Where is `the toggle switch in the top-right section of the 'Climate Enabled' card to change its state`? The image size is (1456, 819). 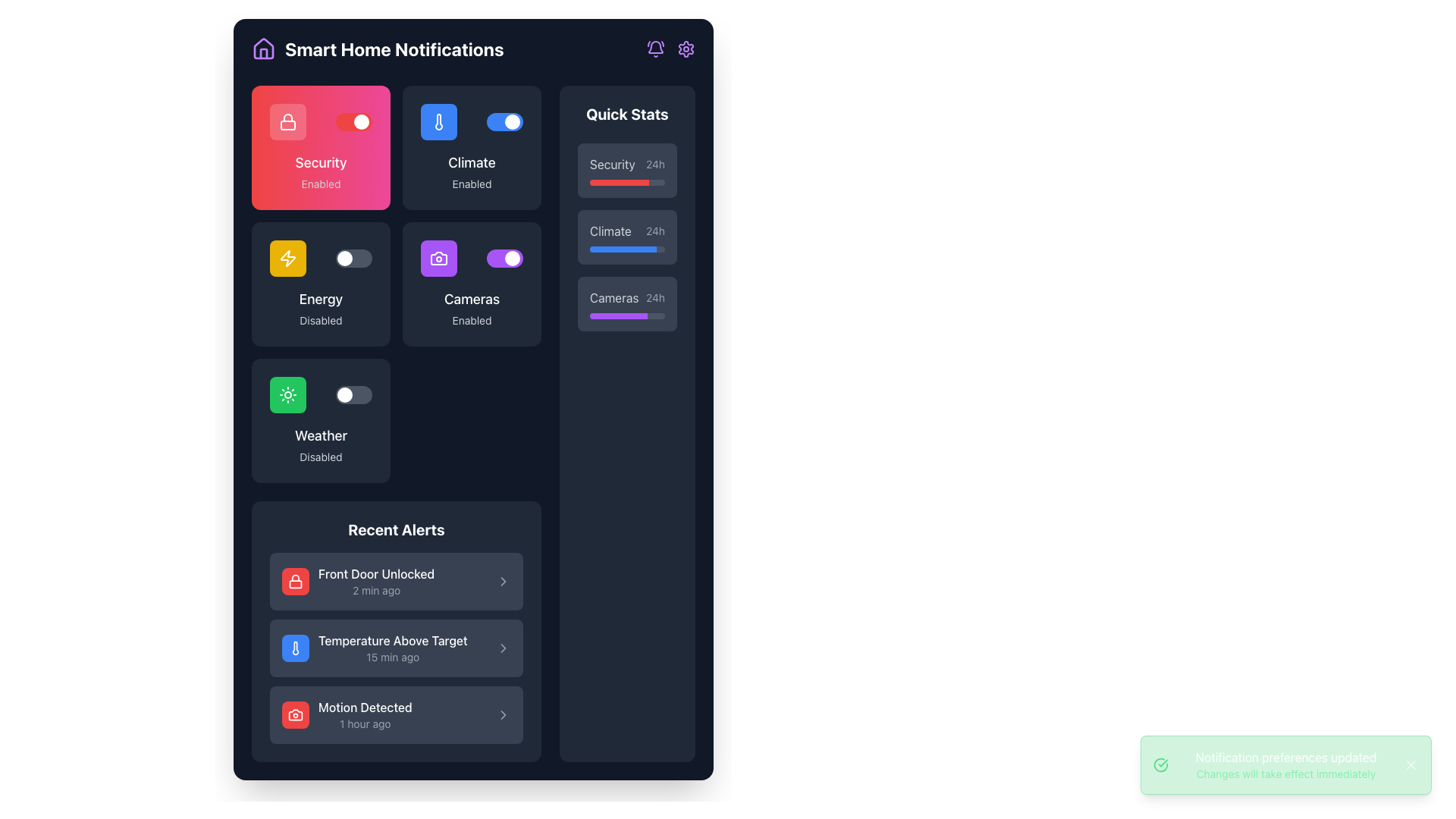 the toggle switch in the top-right section of the 'Climate Enabled' card to change its state is located at coordinates (471, 121).